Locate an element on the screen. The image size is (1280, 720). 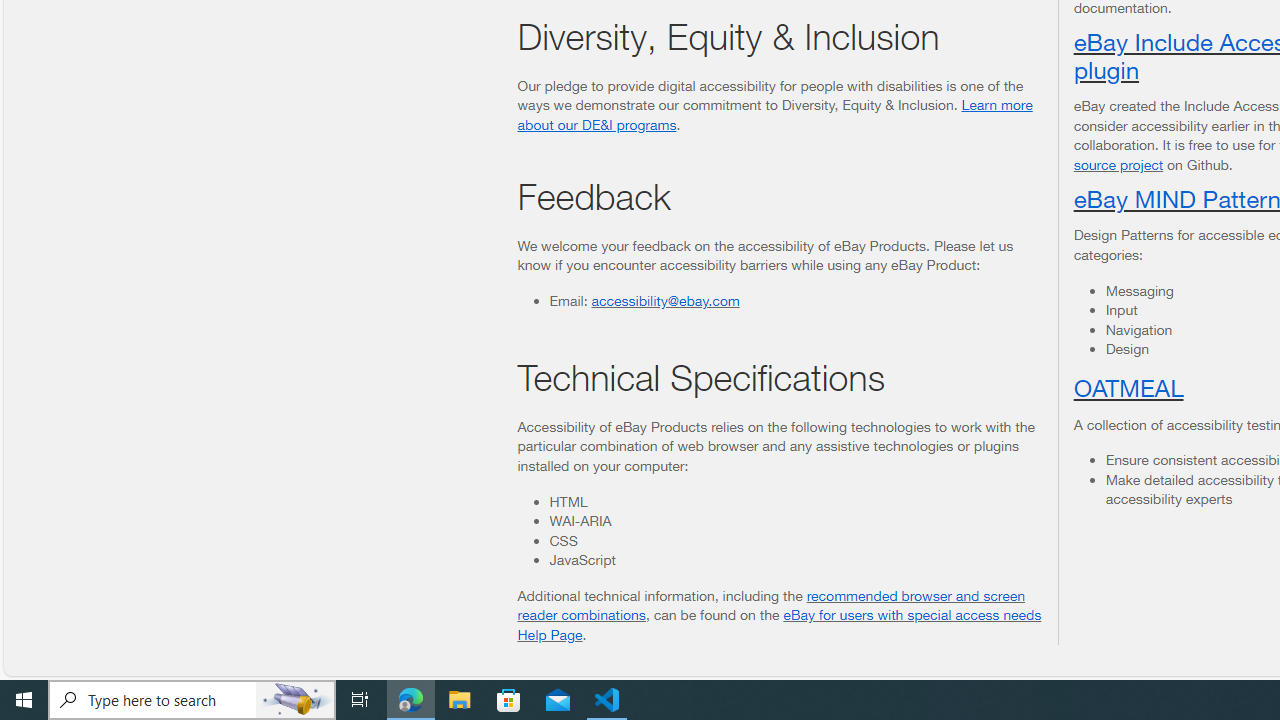
'OATMEAL' is located at coordinates (1128, 387).